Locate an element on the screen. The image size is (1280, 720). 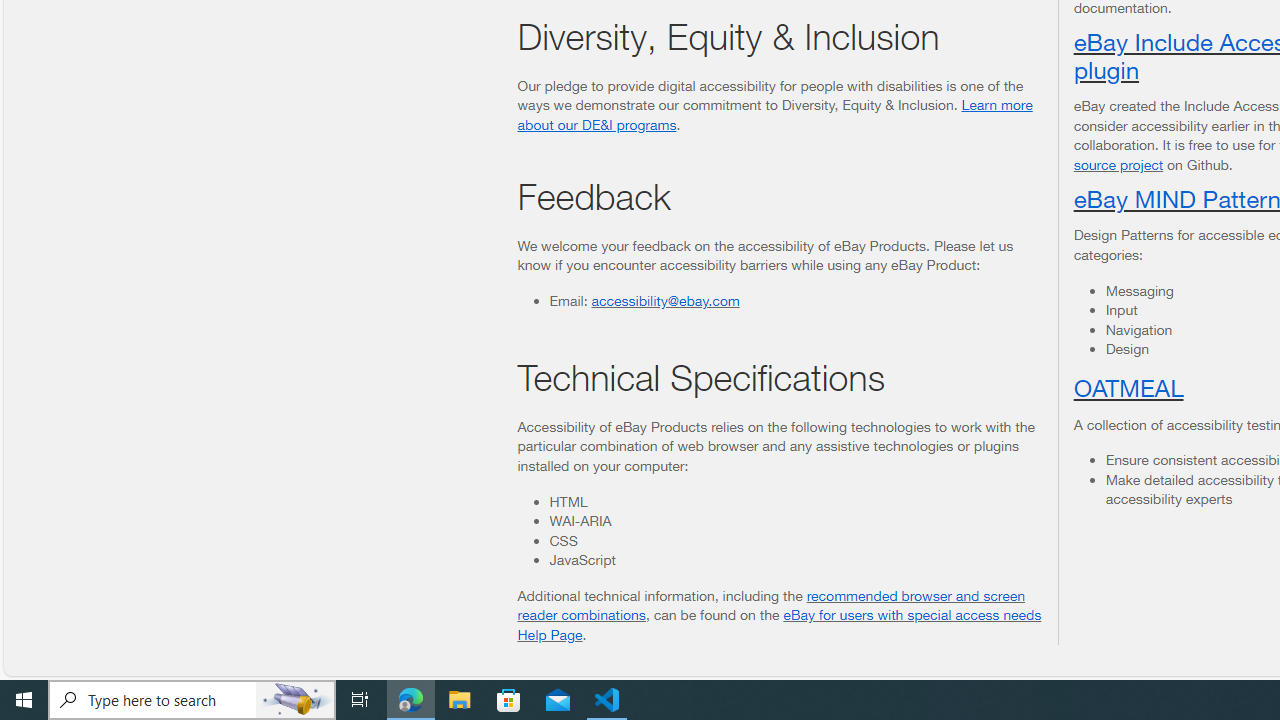
'OATMEAL' is located at coordinates (1128, 387).